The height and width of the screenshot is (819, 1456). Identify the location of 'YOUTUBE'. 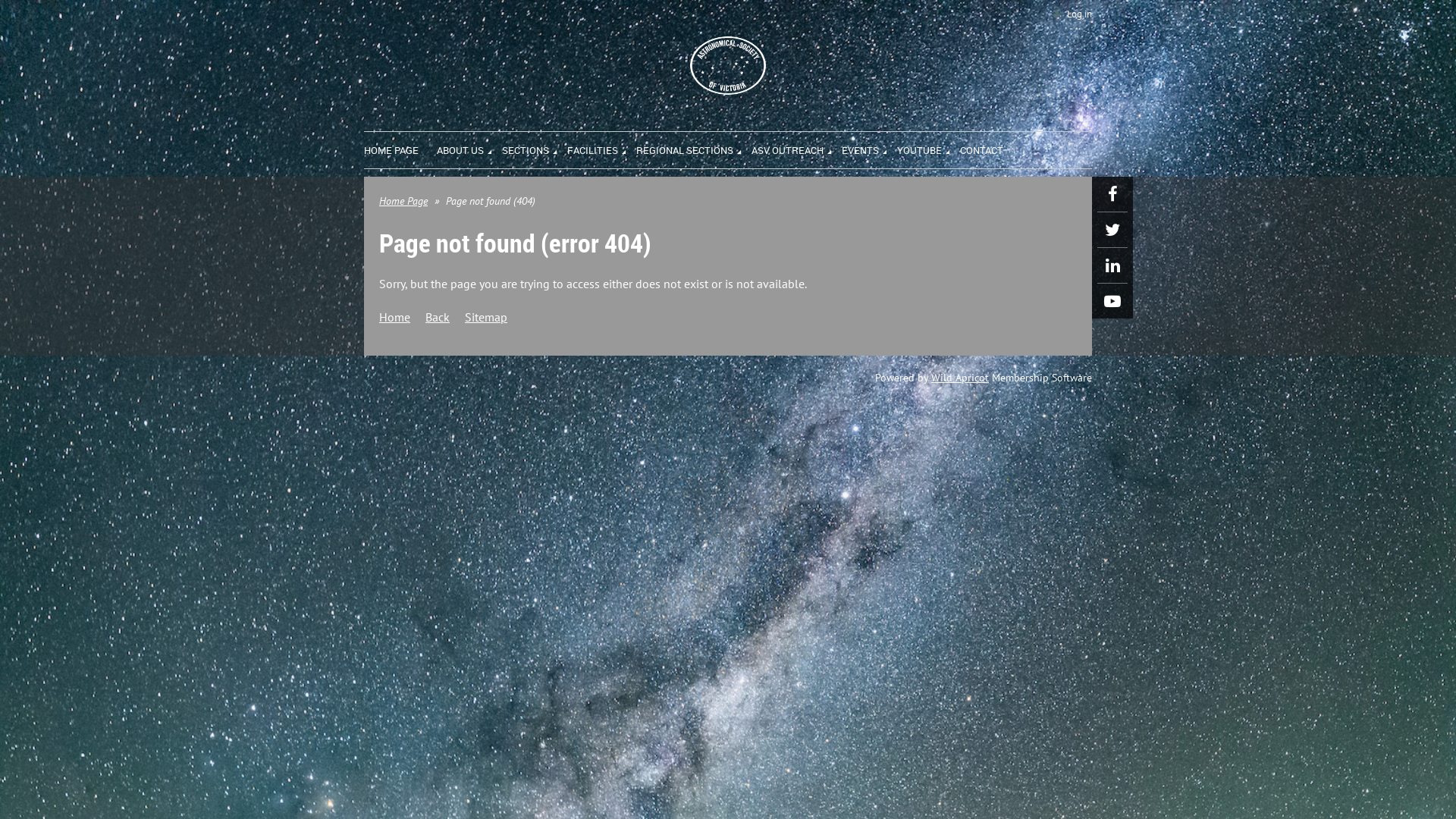
(927, 148).